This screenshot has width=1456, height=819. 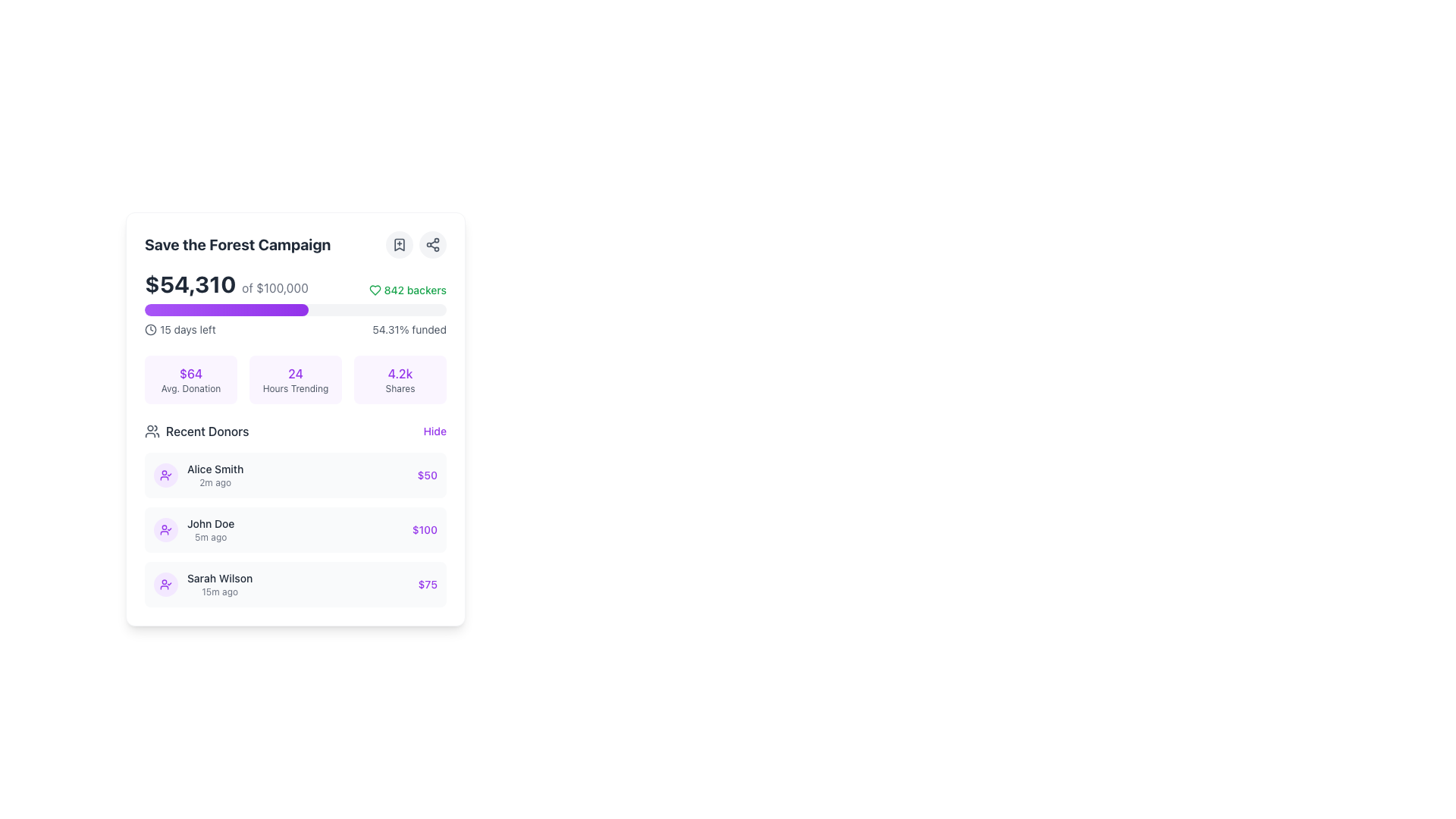 What do you see at coordinates (295, 374) in the screenshot?
I see `the Text label indicating the value '24', which is positioned above the 'Hours Trending' label in the card interface` at bounding box center [295, 374].